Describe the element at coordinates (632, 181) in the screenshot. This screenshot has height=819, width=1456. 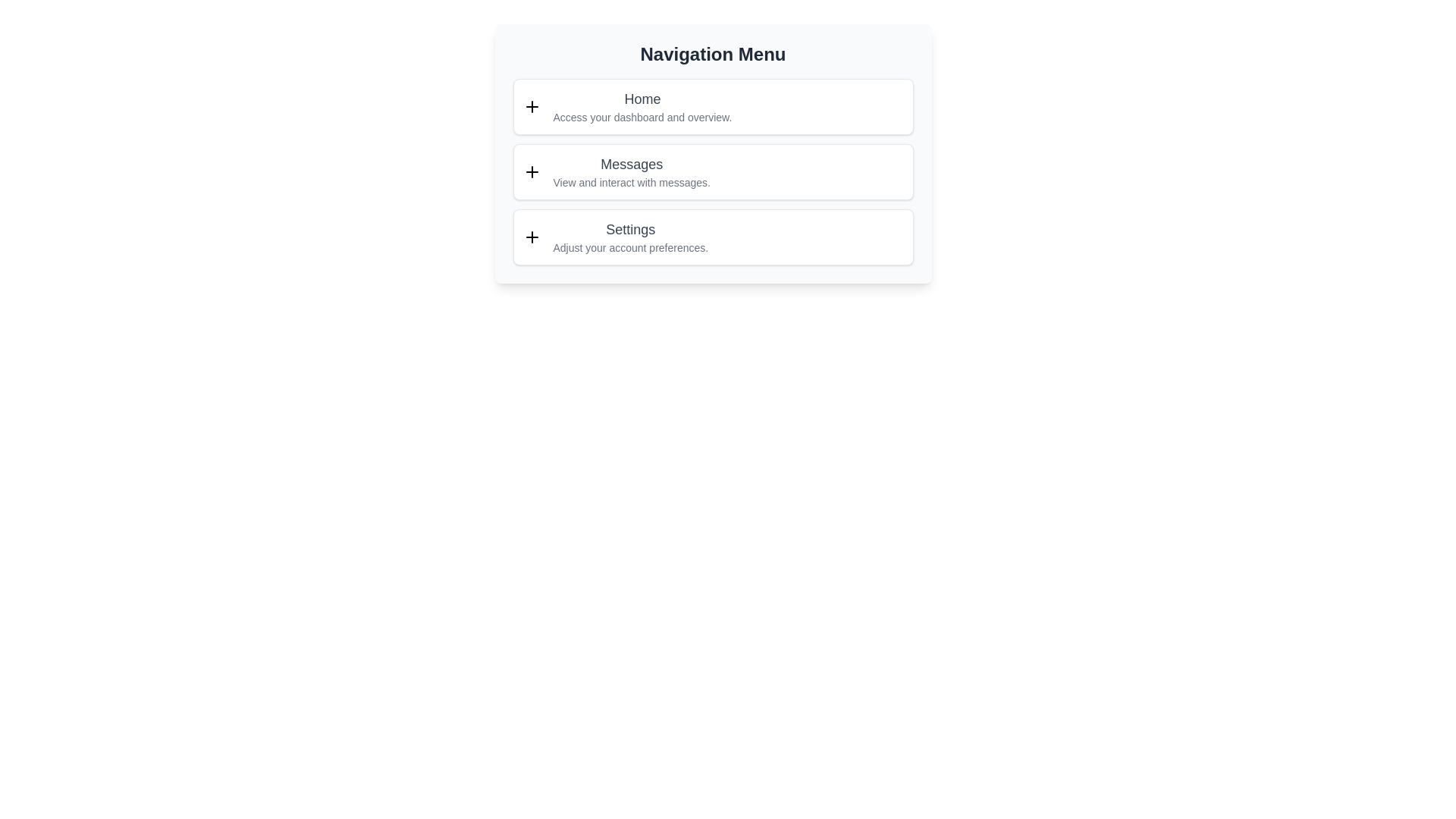
I see `the static text label that reads 'View and interact with messages.' which is located beneath the 'Messages' text in the navigation menu` at that location.